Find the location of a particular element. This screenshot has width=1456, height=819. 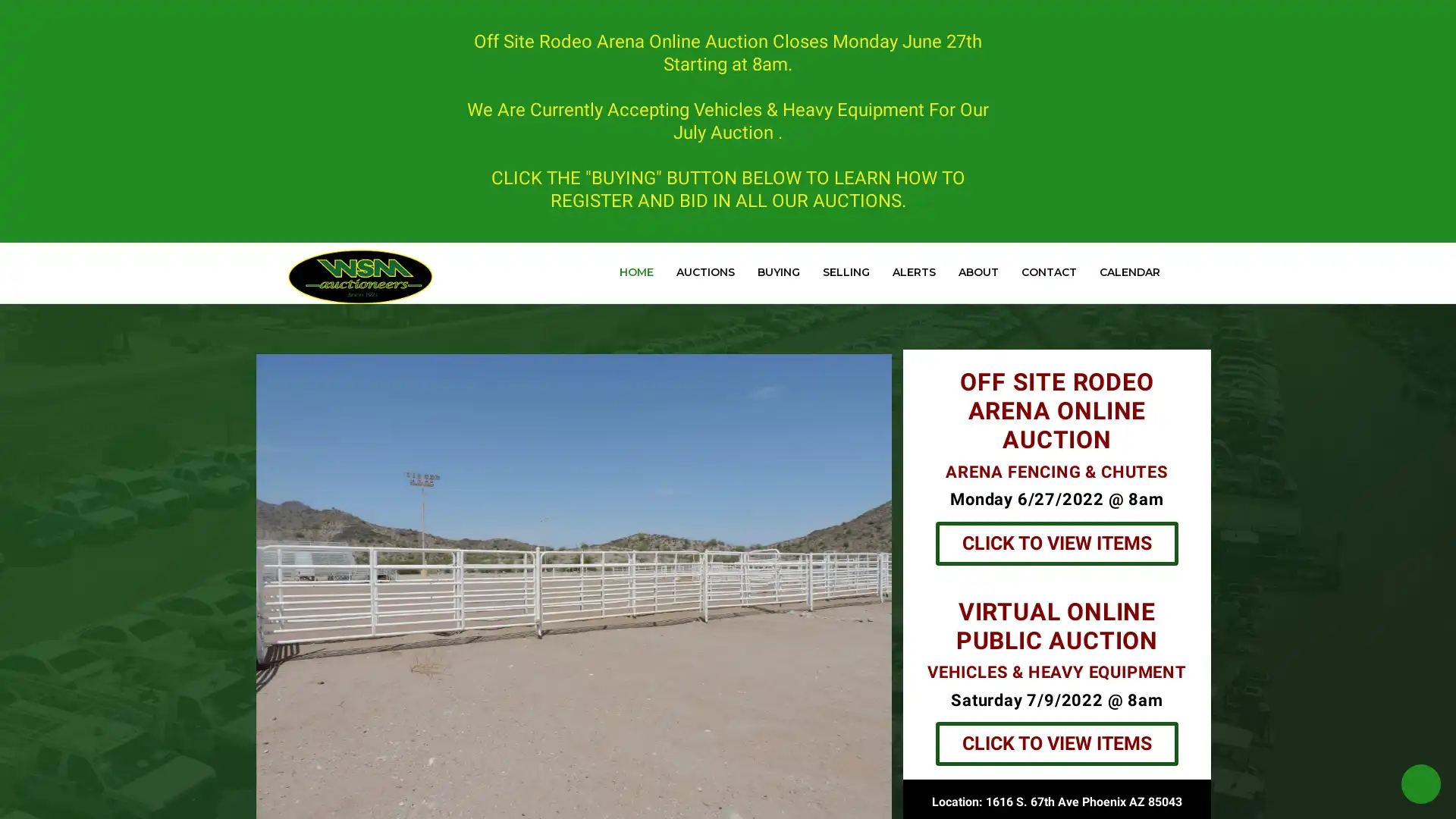

CLICK TO VIEW ITEMS is located at coordinates (1055, 542).